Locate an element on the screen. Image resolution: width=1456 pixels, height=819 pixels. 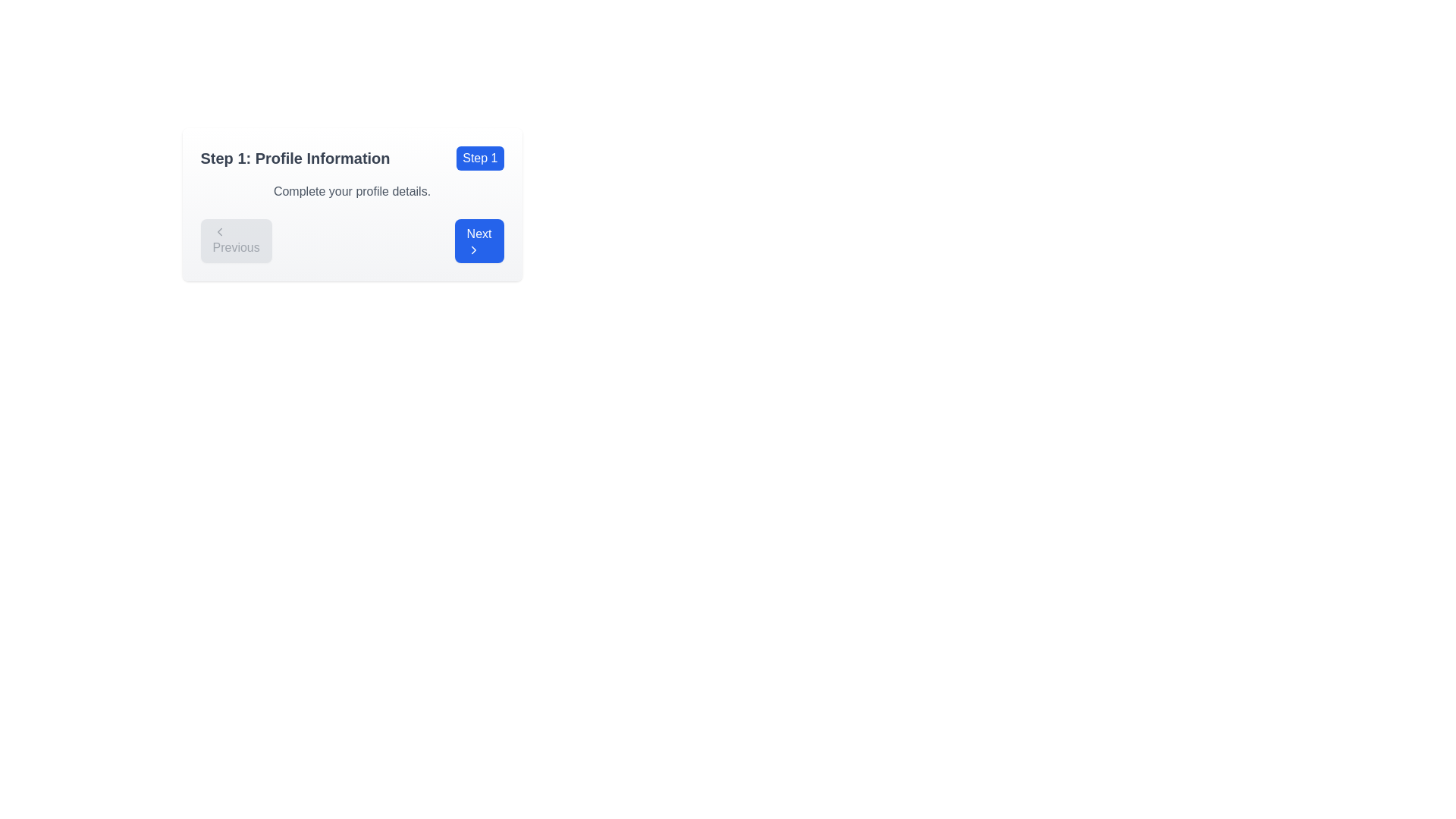
the 'Next' button, which features a right-facing chevron icon, located in the bottom-right corner of the visible panel is located at coordinates (472, 249).